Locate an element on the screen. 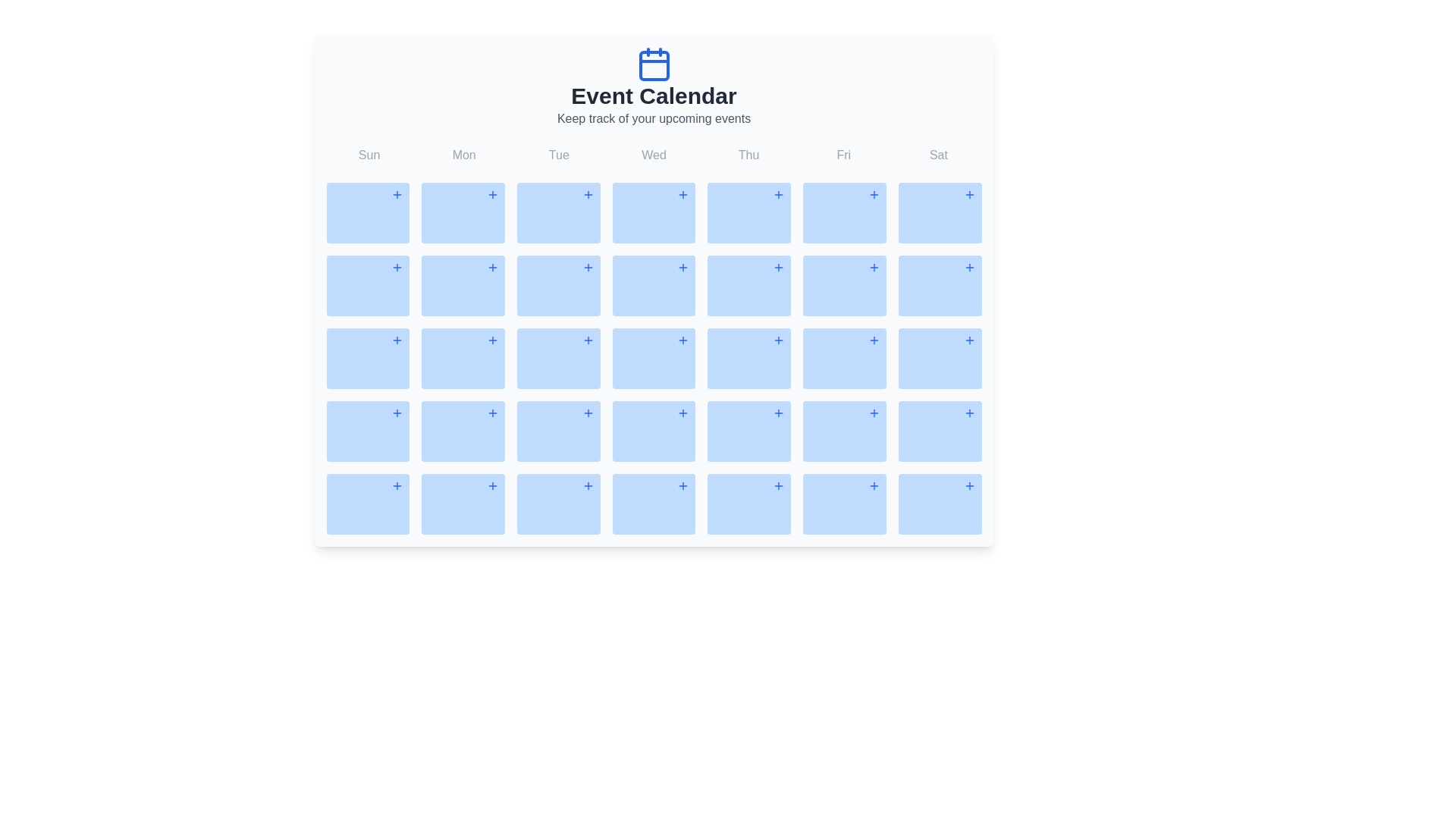  the small blue plus sign icon located at the top-right corner of the light blue rectangular card in the bottom row, fourth column of the calendar grid is located at coordinates (587, 485).